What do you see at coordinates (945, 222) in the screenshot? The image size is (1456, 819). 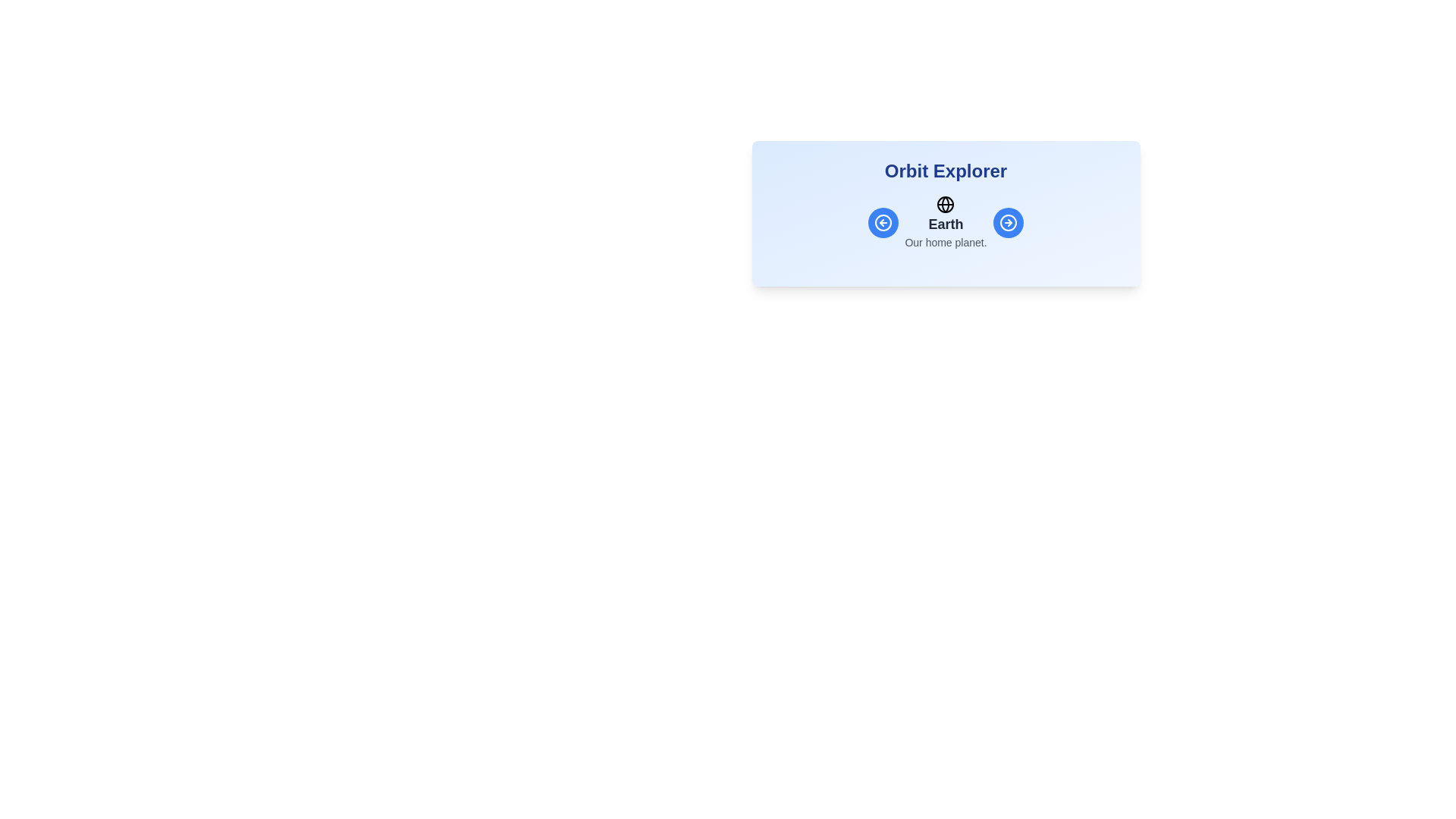 I see `the text-based informational component that displays a title and description about 'Earth', located directly beneath 'Orbit Explorer'` at bounding box center [945, 222].